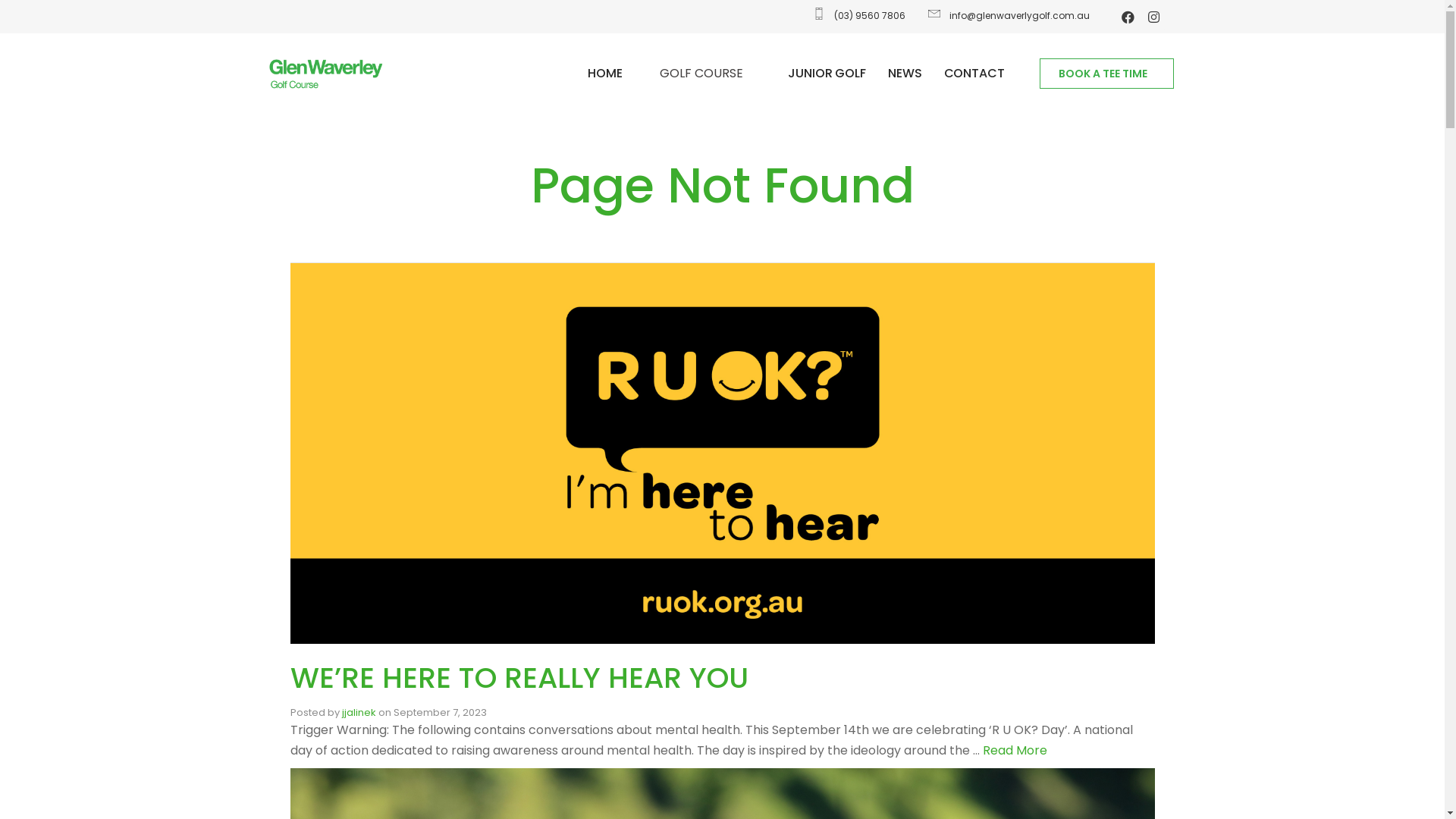 Image resolution: width=1456 pixels, height=819 pixels. Describe the element at coordinates (1106, 73) in the screenshot. I see `'BOOK A TEE TIME'` at that location.